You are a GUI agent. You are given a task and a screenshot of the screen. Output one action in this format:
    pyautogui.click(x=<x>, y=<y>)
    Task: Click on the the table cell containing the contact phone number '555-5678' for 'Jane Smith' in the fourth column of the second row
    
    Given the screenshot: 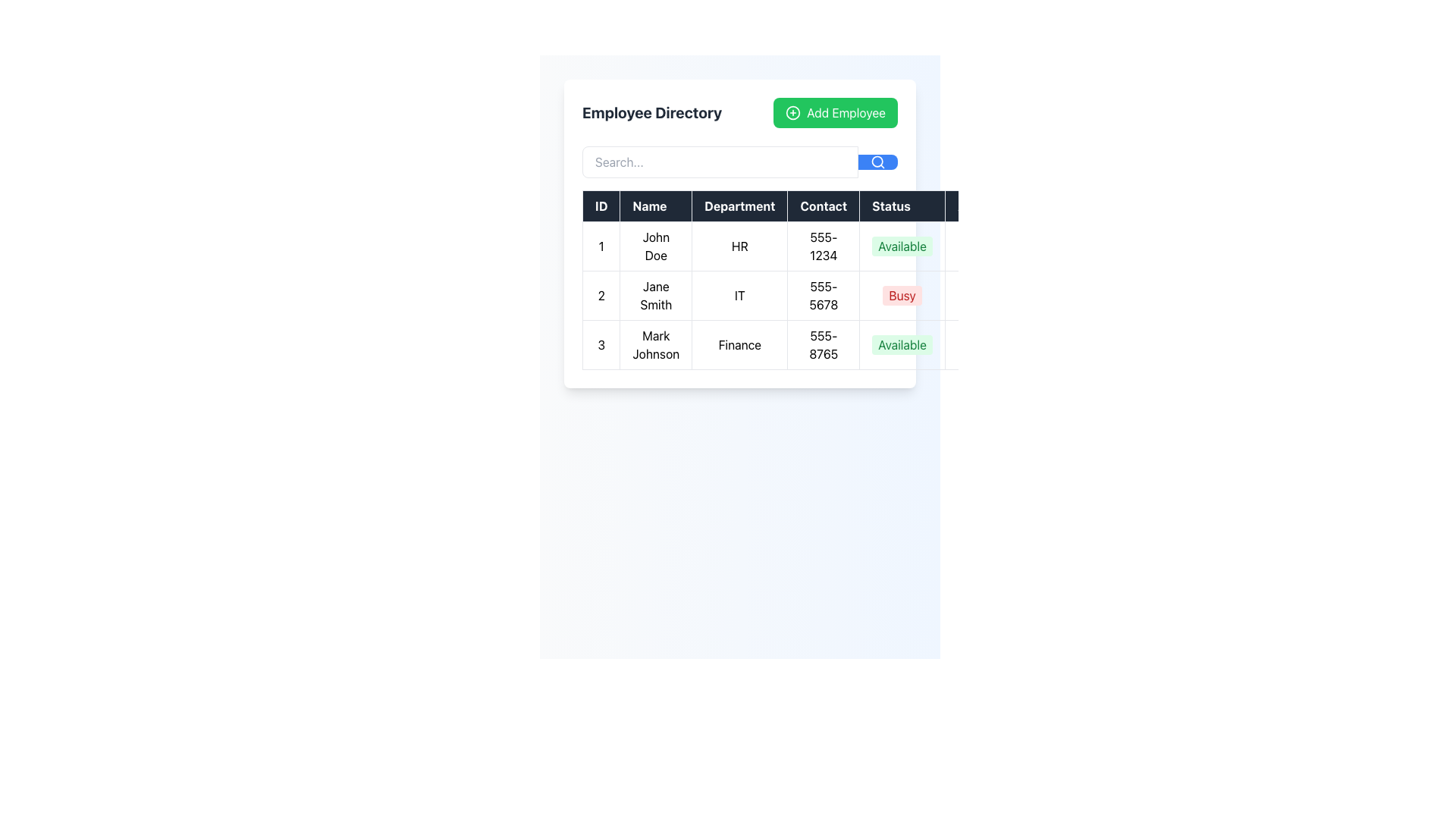 What is the action you would take?
    pyautogui.click(x=822, y=295)
    